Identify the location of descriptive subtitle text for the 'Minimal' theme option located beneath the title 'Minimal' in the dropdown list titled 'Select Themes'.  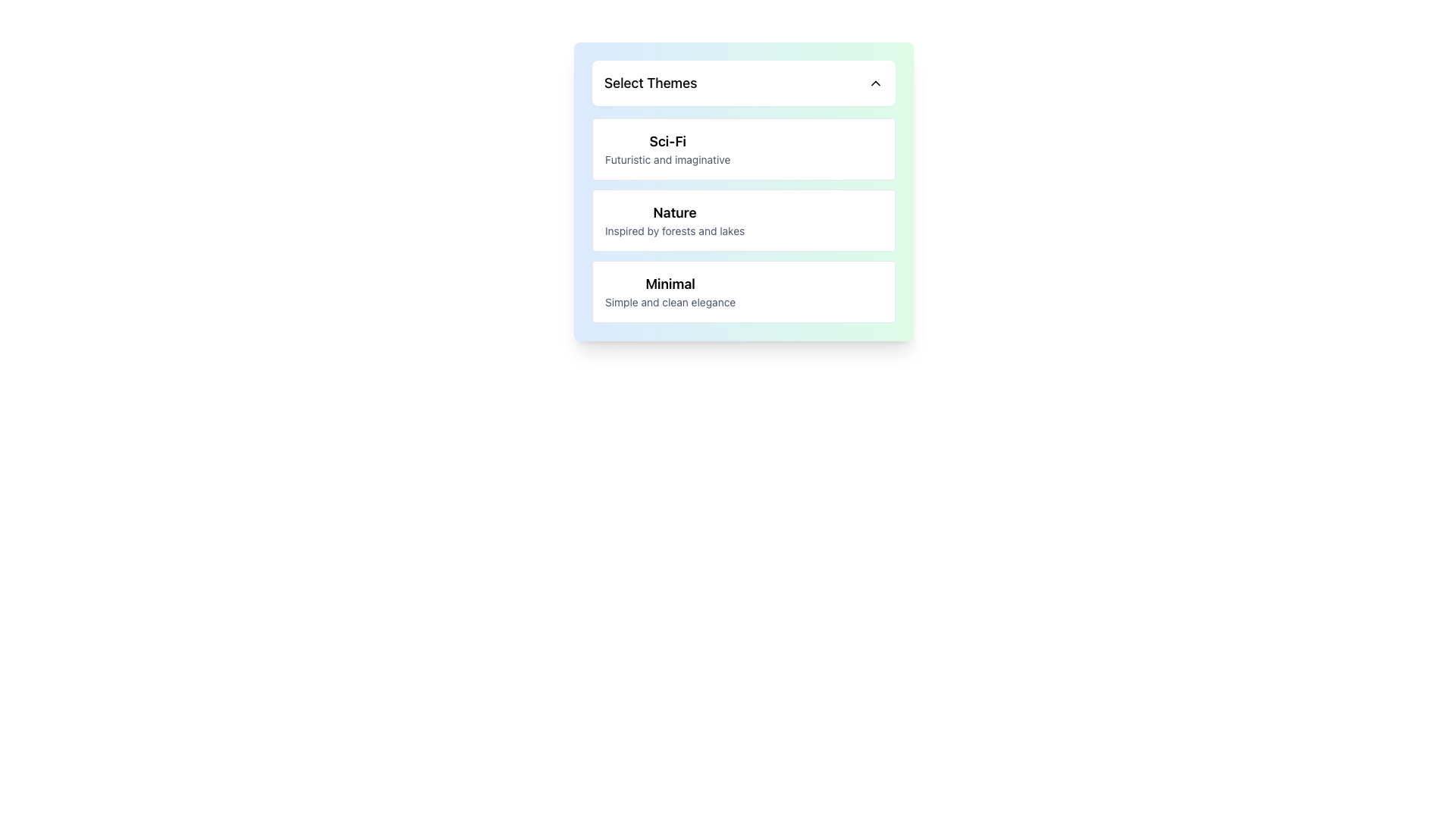
(670, 302).